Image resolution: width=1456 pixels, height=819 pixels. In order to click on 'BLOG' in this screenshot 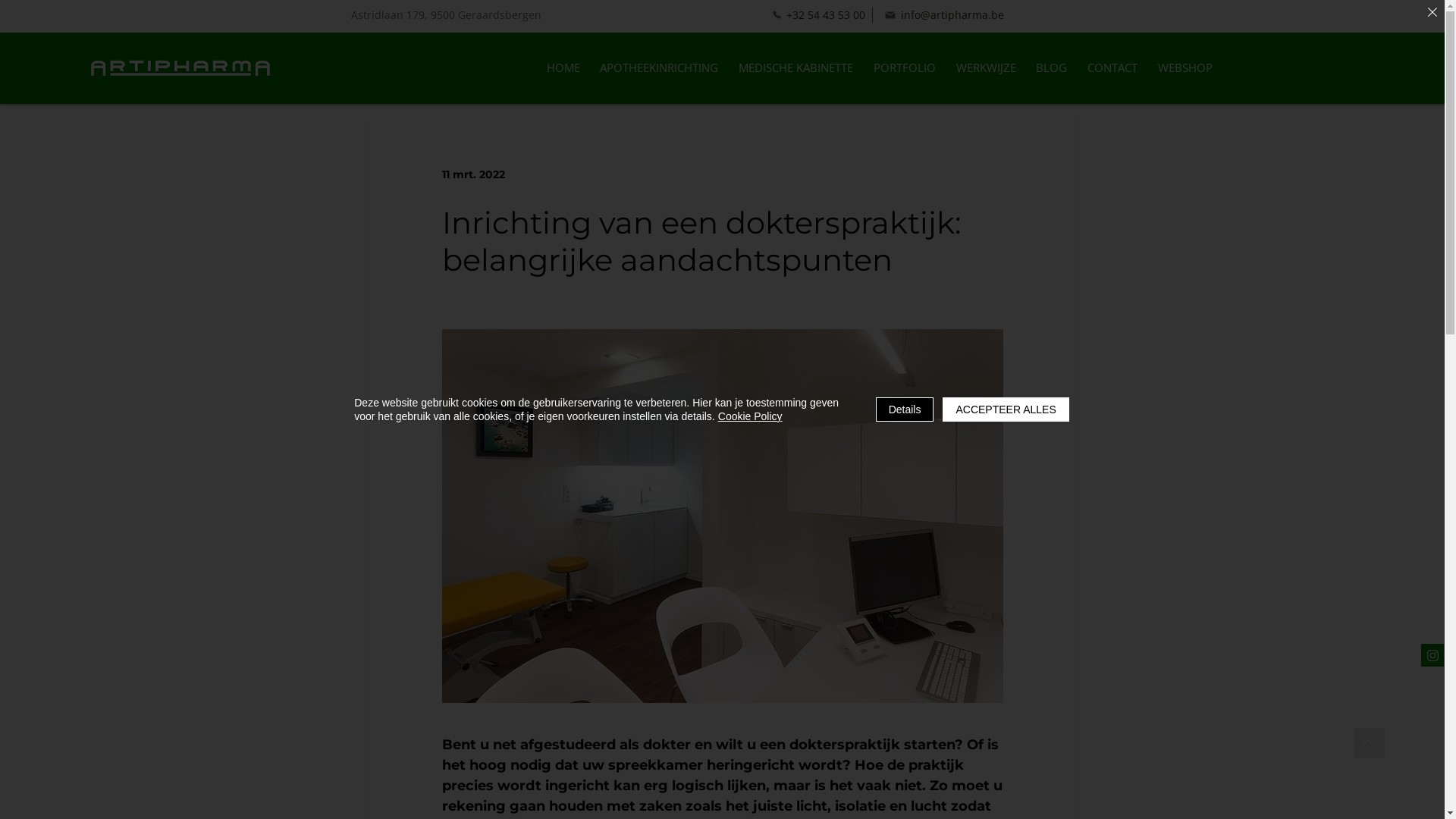, I will do `click(1051, 67)`.